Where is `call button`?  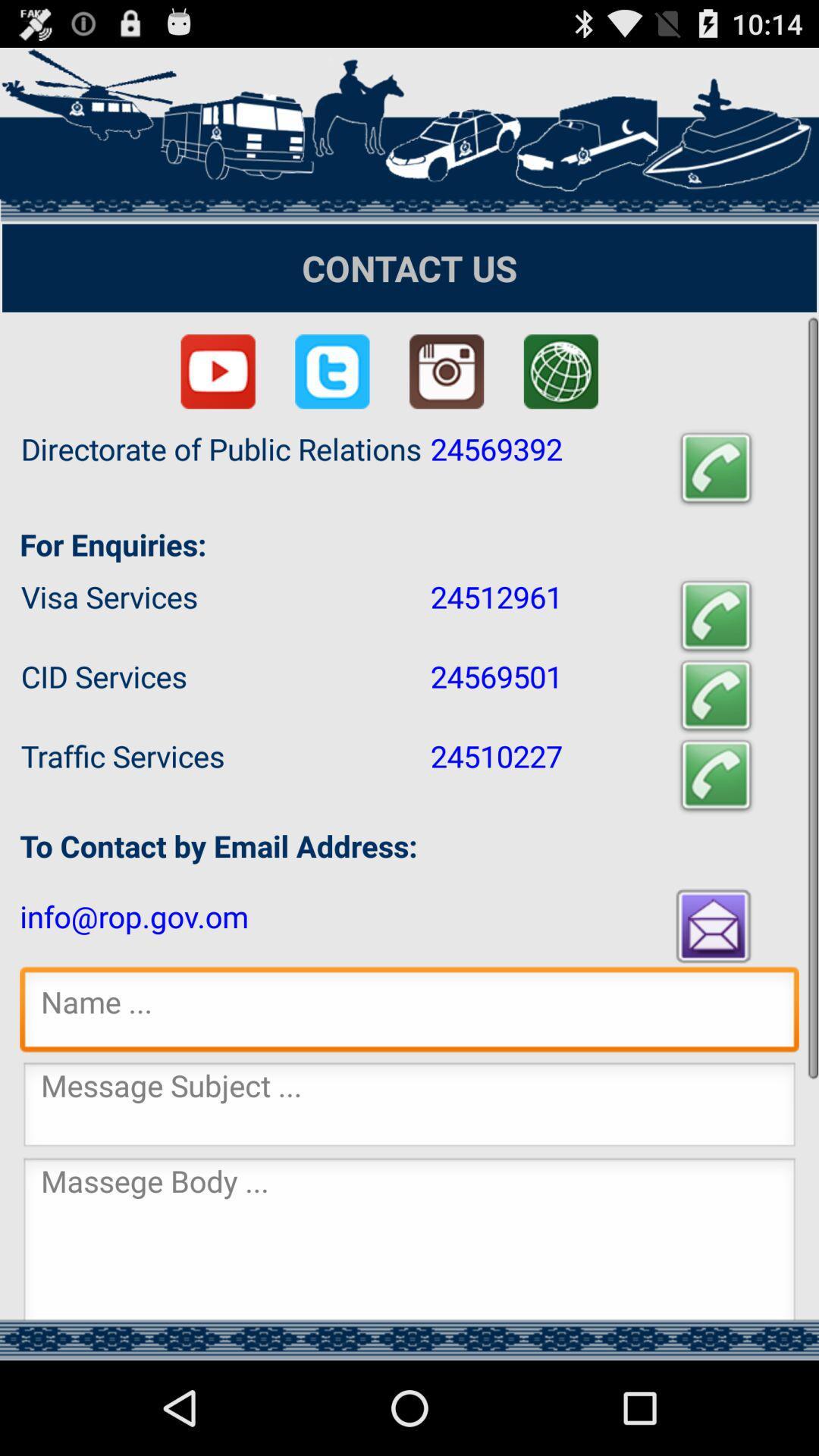
call button is located at coordinates (716, 775).